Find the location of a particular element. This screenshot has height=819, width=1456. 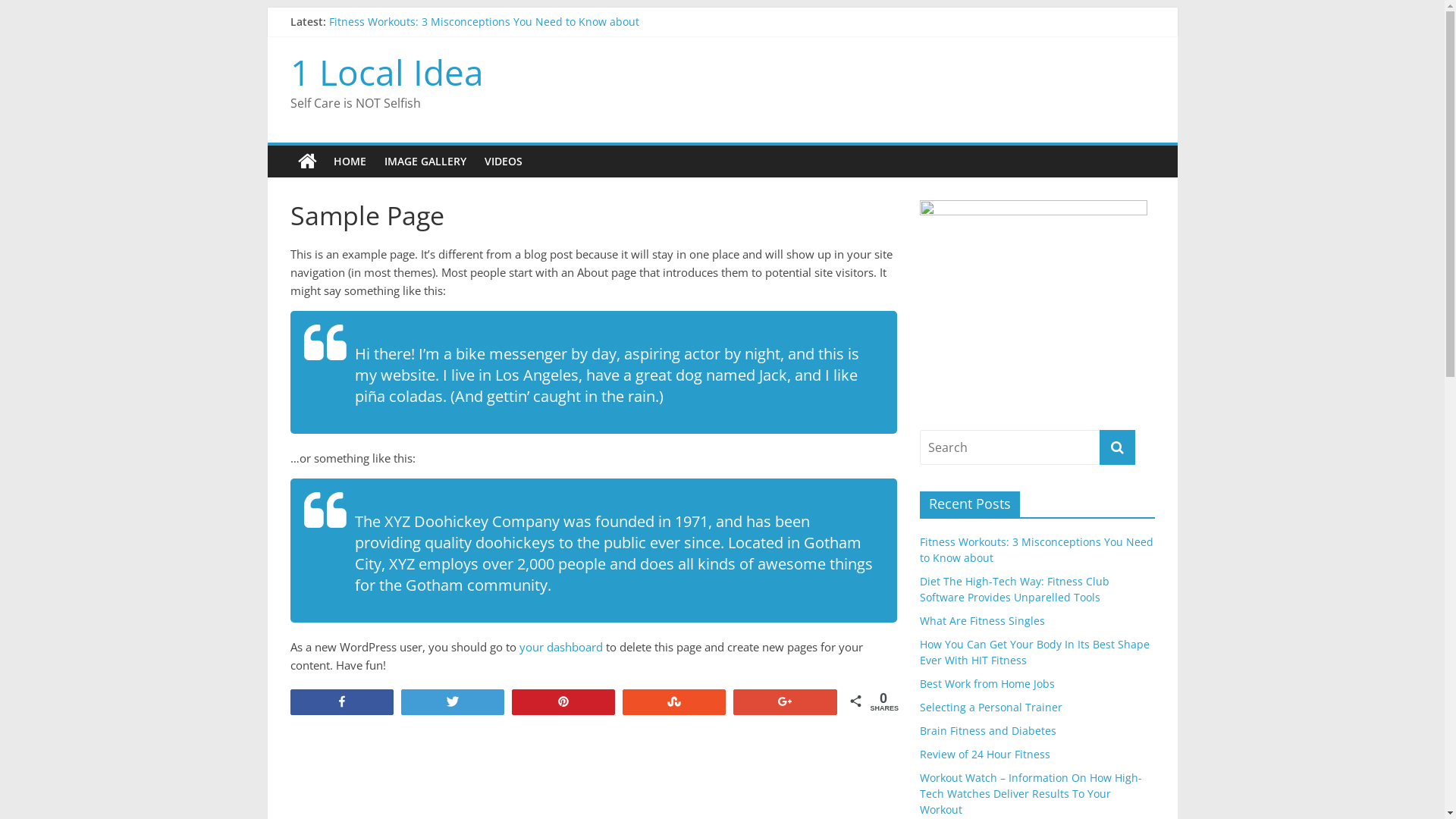

'your dashboard' is located at coordinates (560, 646).